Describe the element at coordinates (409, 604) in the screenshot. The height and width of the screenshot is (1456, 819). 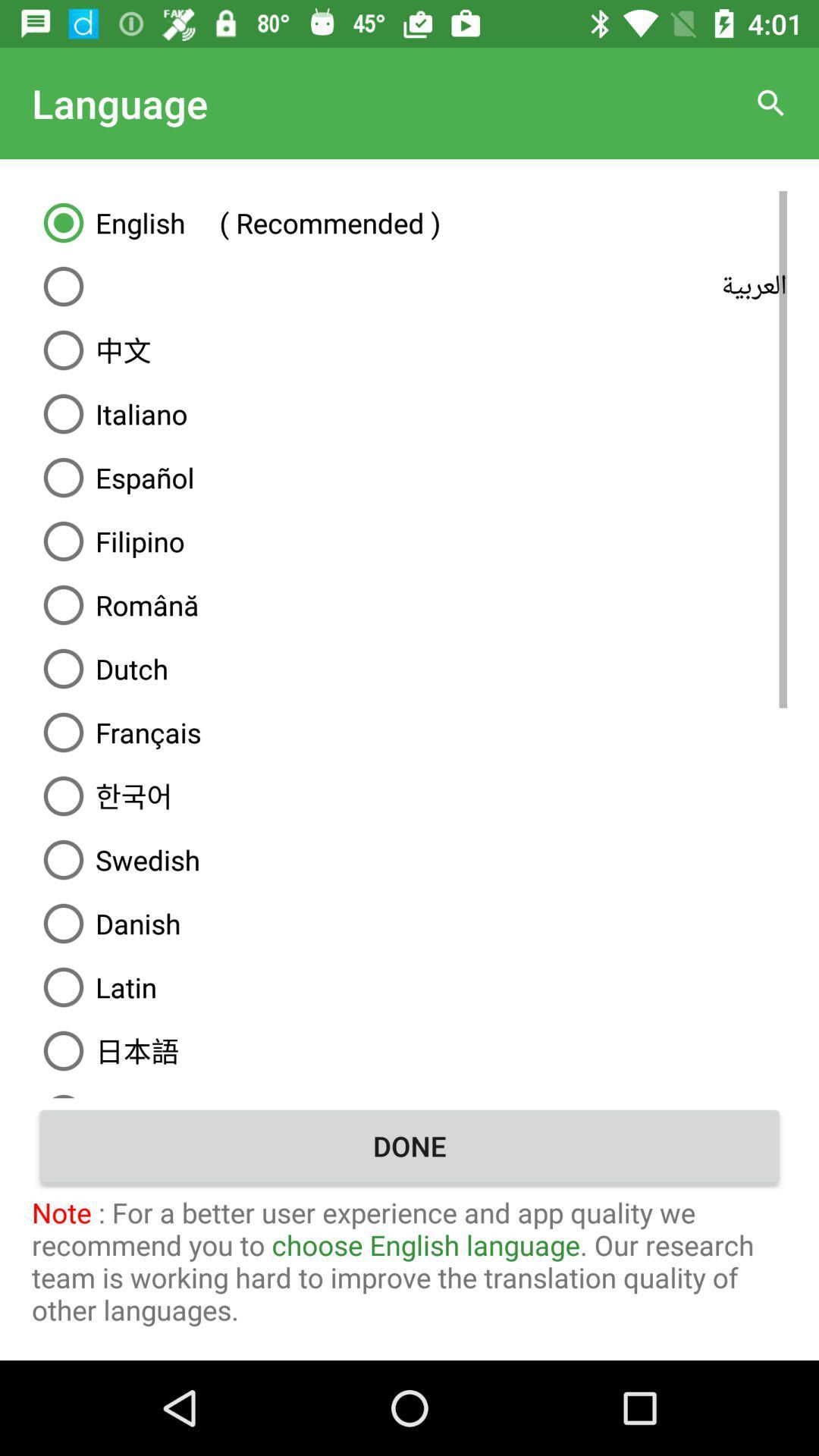
I see `the item above the dutch icon` at that location.